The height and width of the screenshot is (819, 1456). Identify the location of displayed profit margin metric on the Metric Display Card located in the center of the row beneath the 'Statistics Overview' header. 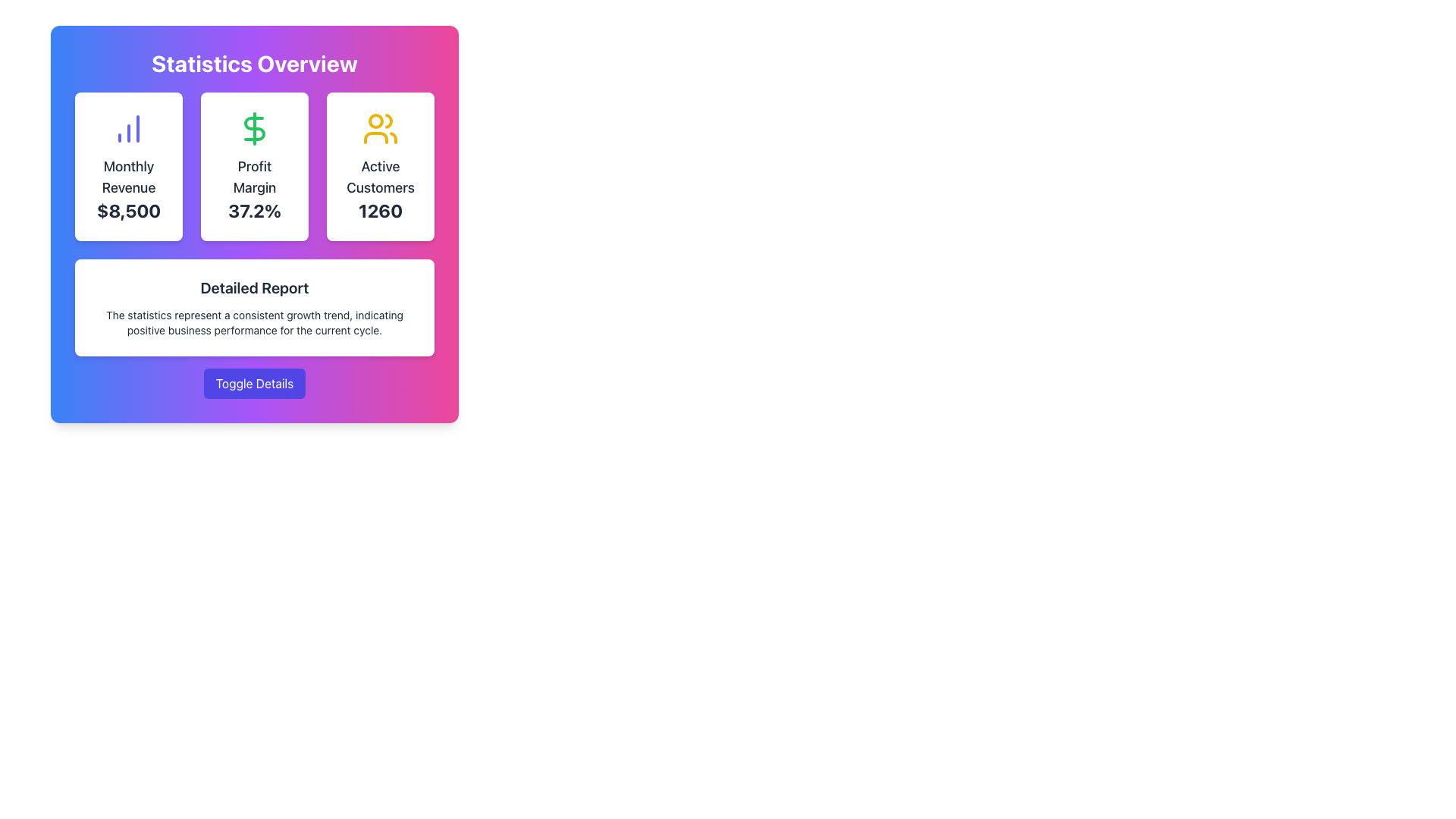
(255, 224).